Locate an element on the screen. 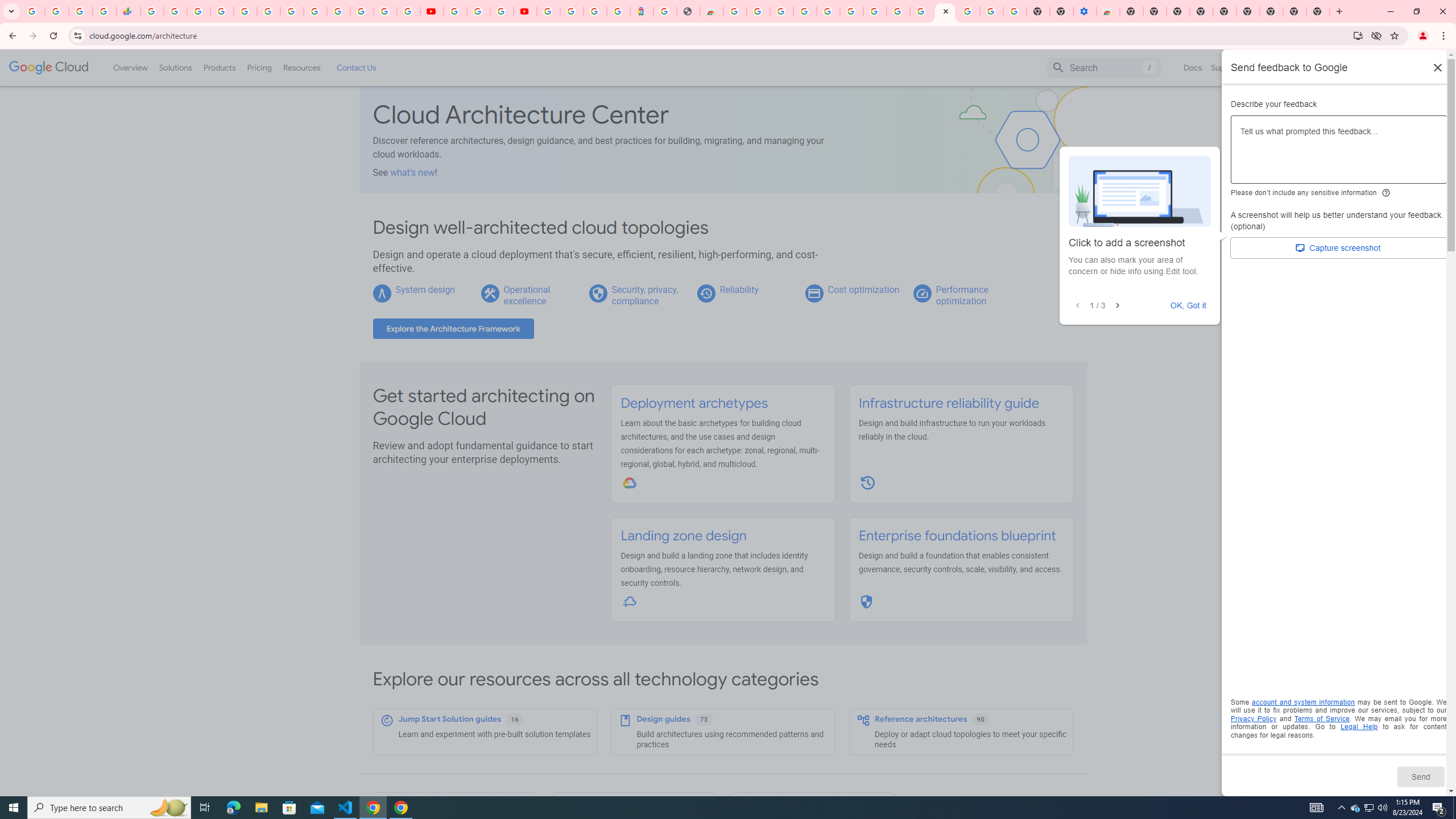 The width and height of the screenshot is (1456, 819). 'Products' is located at coordinates (218, 67).